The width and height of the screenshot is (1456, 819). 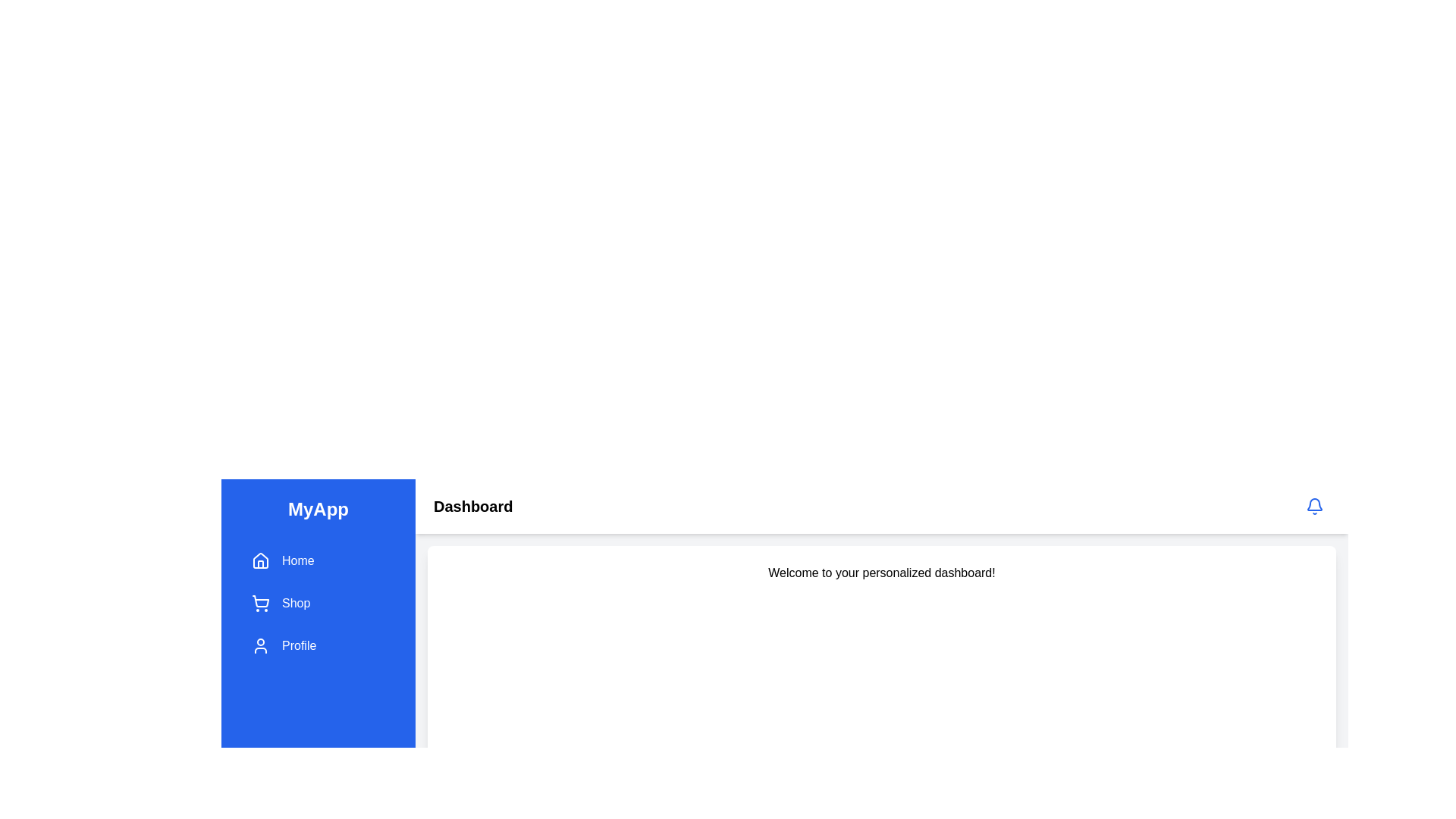 What do you see at coordinates (296, 602) in the screenshot?
I see `the text label for the navigation menu item related to shopping functionalities, located inside the second menu item of the vertical navigation panel, positioned to the right of the shopping cart icon and between 'Home' and 'Profile'` at bounding box center [296, 602].